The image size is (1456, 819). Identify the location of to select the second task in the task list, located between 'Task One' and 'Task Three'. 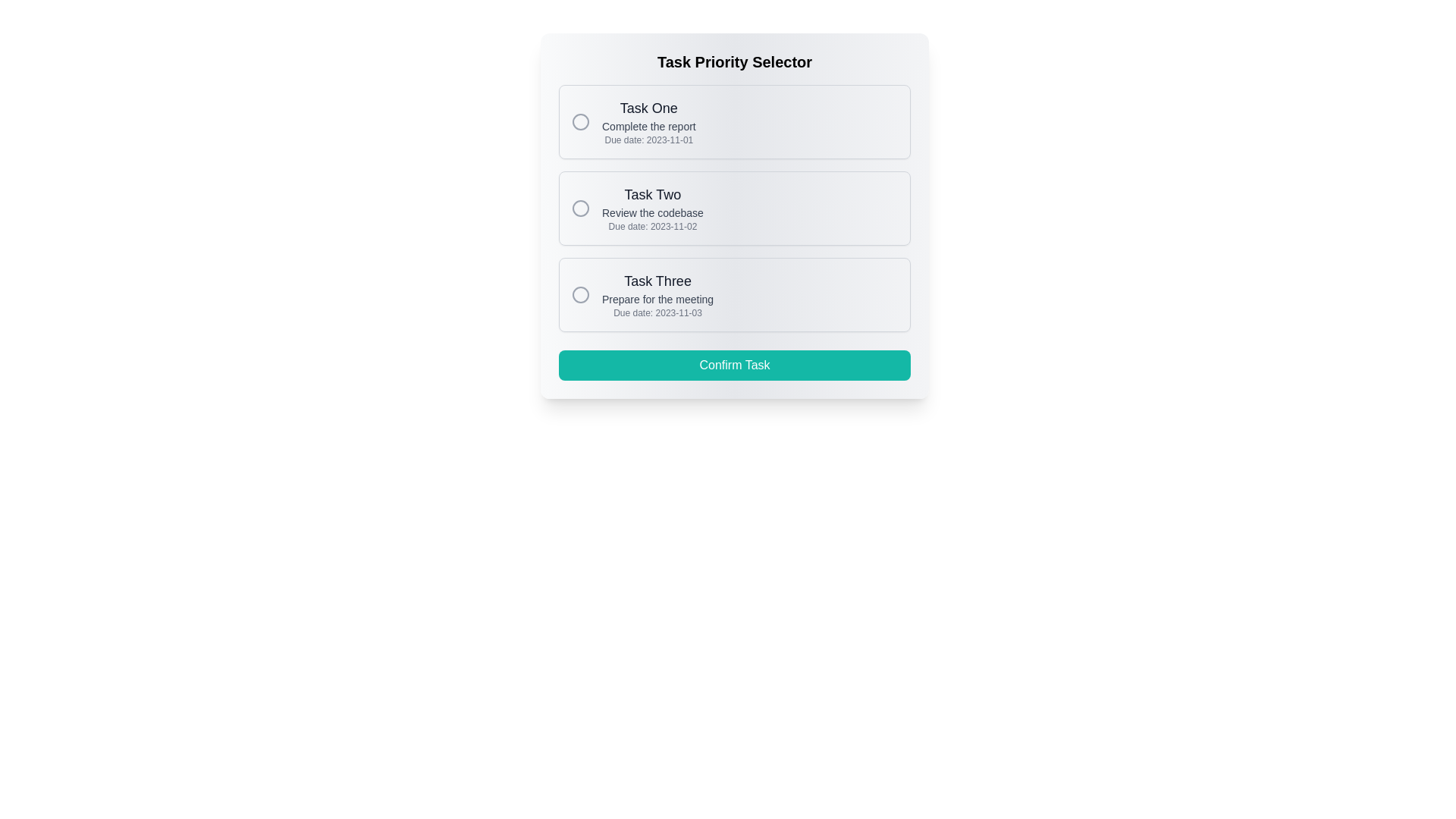
(735, 208).